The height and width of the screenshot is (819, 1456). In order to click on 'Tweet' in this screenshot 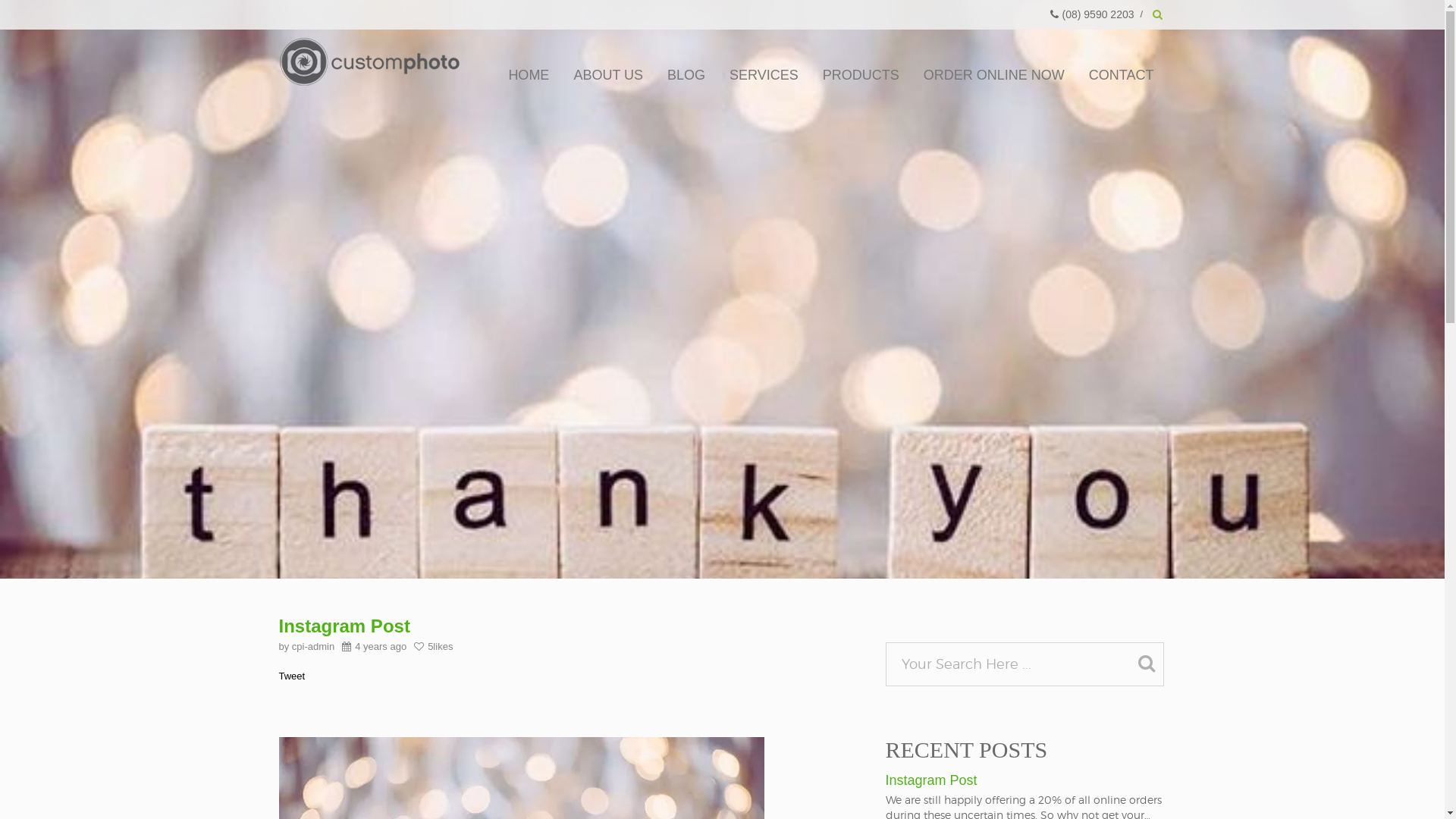, I will do `click(279, 676)`.